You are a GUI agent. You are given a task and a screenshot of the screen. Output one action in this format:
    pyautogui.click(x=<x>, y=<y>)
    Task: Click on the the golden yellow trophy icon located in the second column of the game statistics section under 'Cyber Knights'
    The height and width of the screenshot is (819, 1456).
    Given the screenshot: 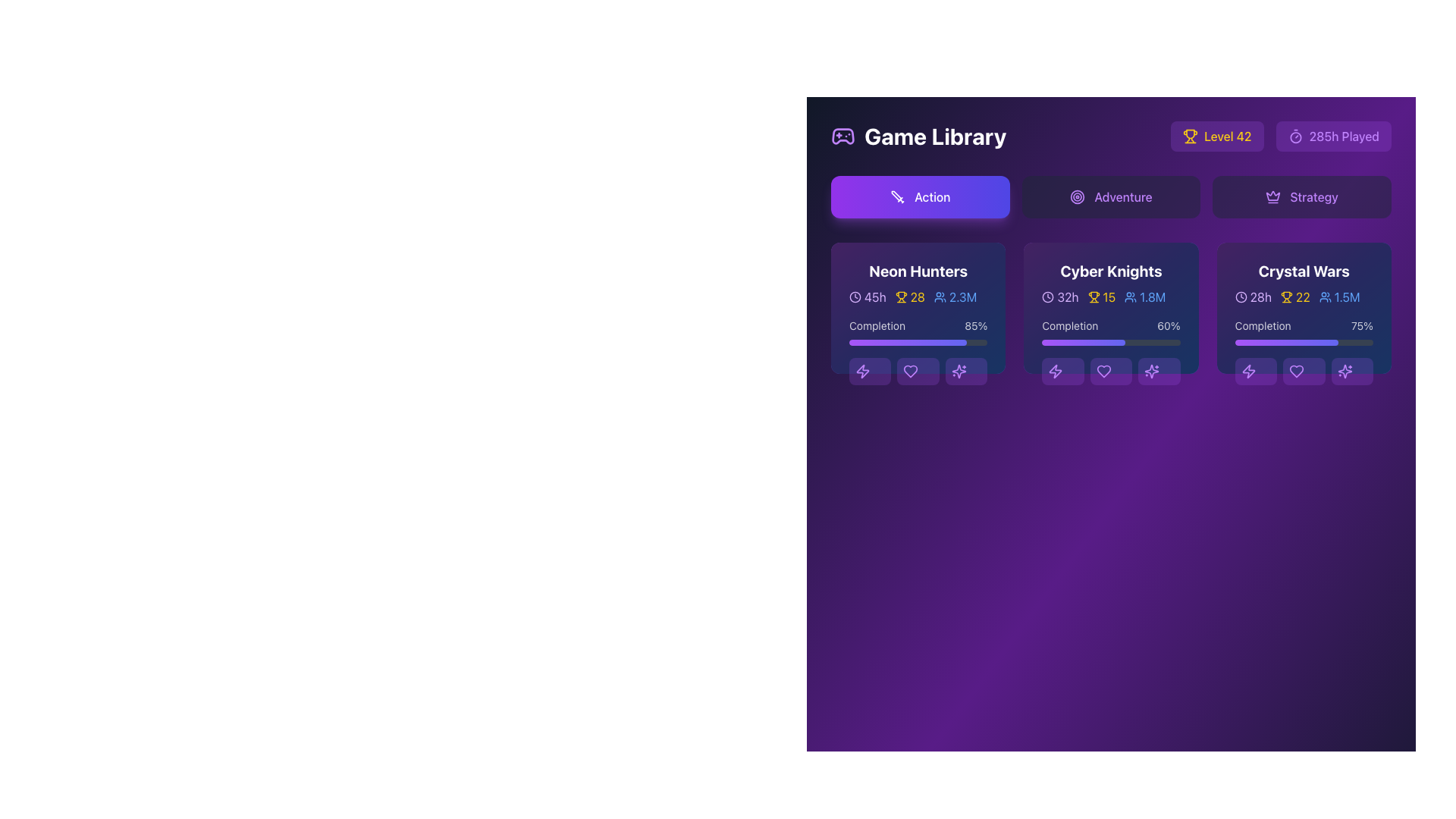 What is the action you would take?
    pyautogui.click(x=1094, y=297)
    